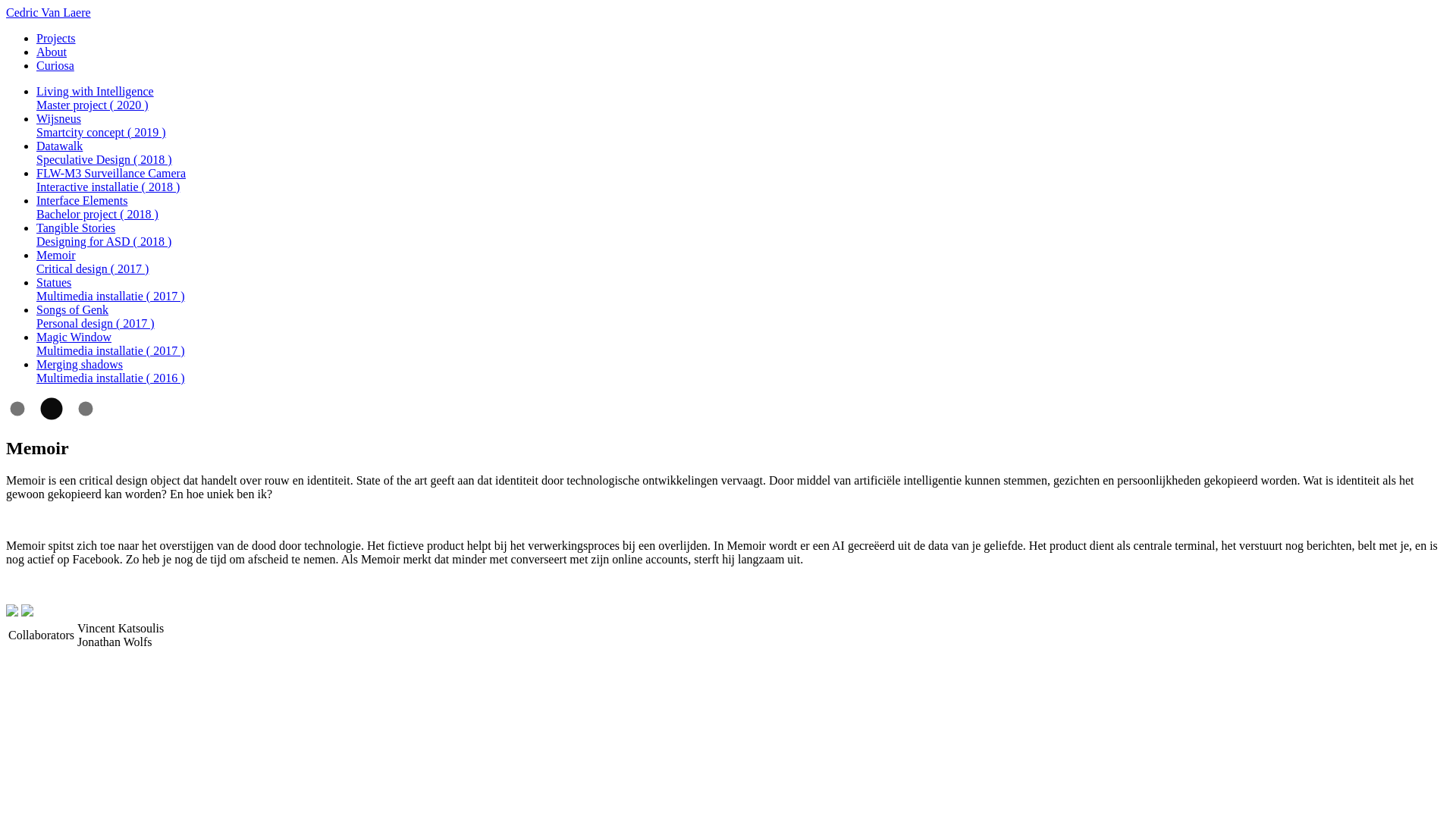  Describe the element at coordinates (51, 51) in the screenshot. I see `'About'` at that location.